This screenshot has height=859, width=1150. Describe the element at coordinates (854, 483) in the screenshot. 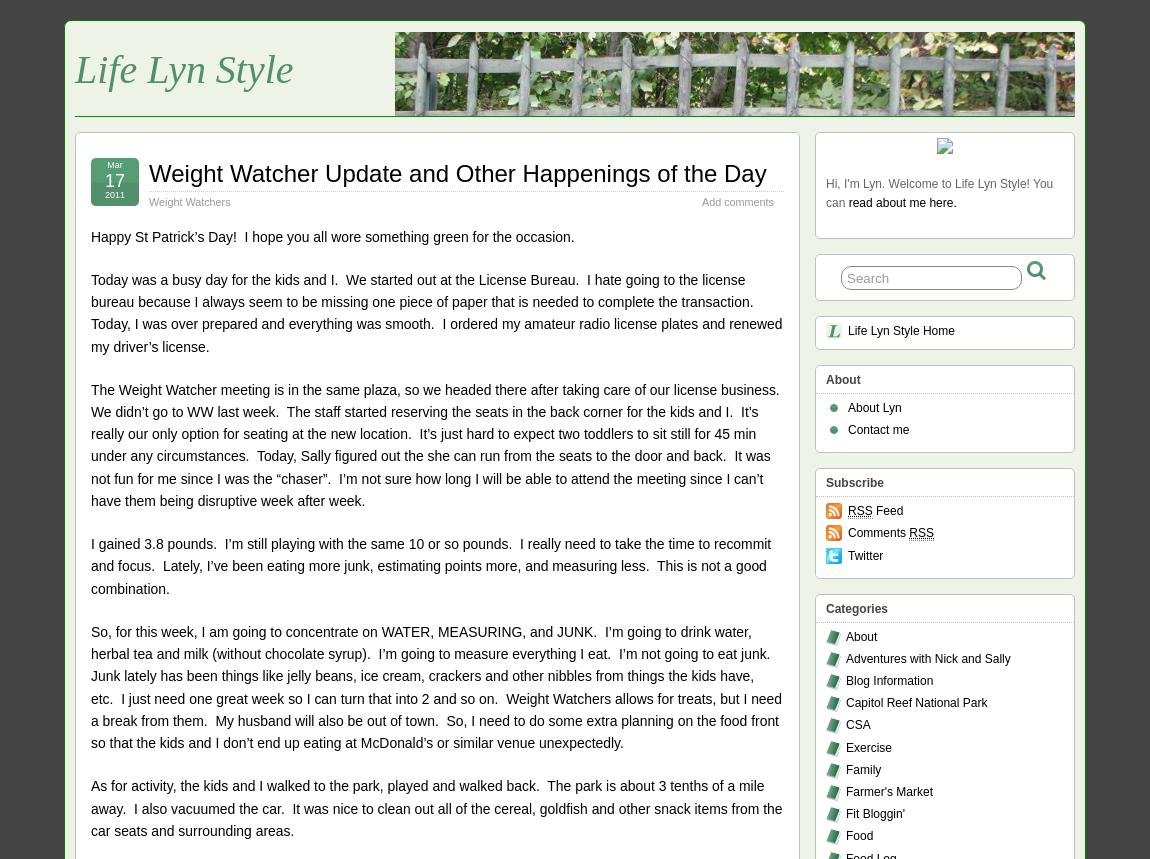

I see `'Subscribe'` at that location.